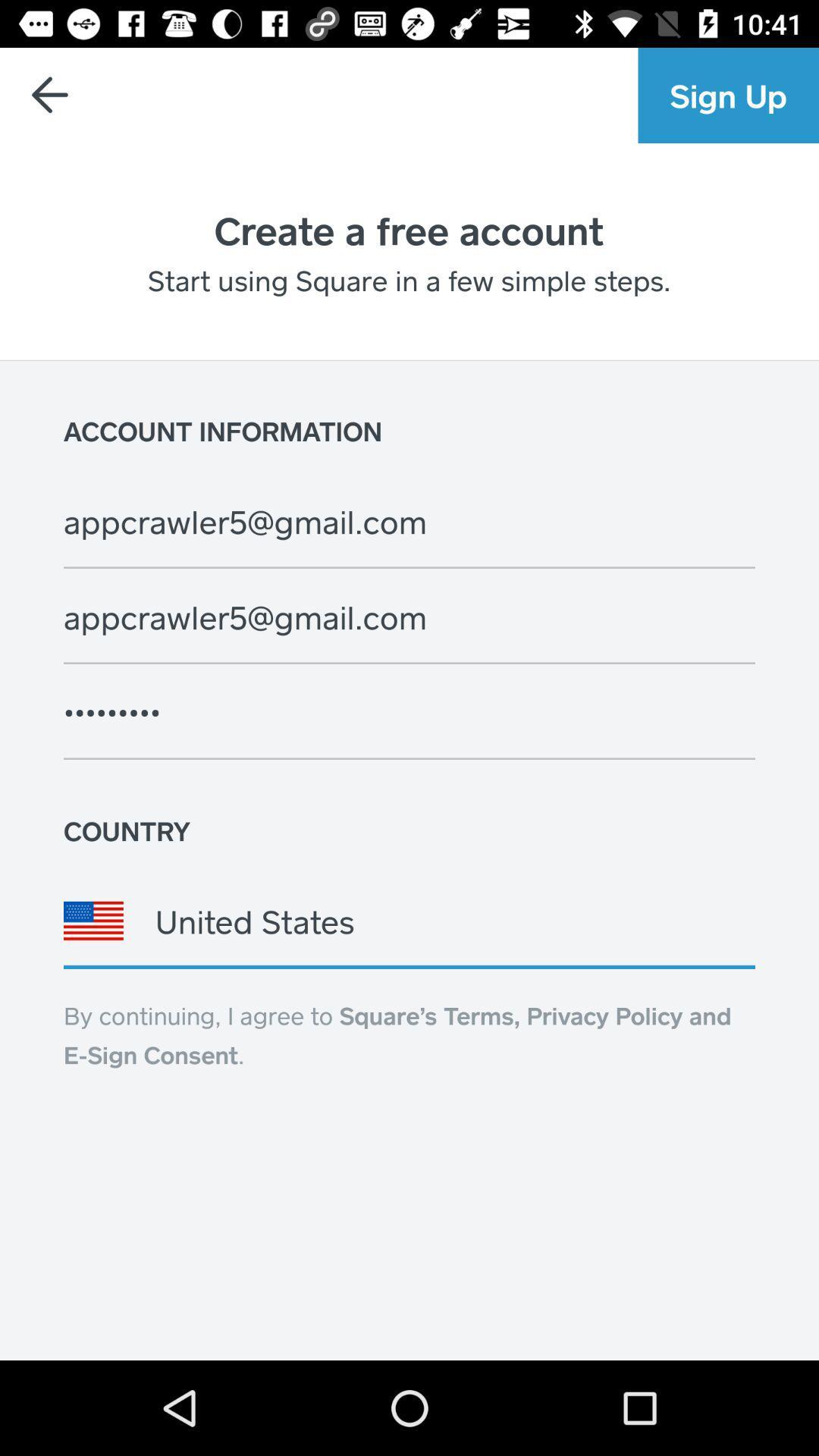 Image resolution: width=819 pixels, height=1456 pixels. I want to click on icon below the united states icon, so click(397, 1034).